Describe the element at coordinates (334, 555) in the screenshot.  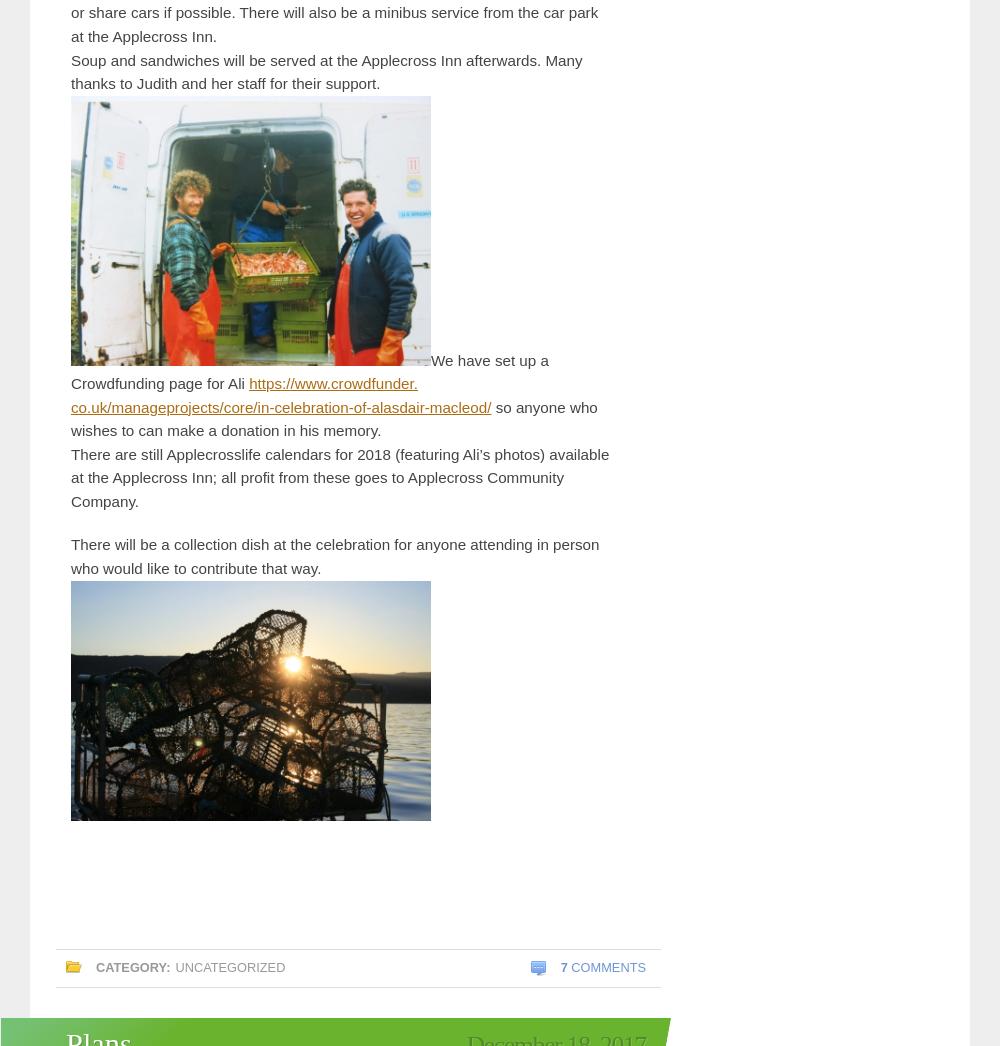
I see `'There will be a collection dish at the celebration for anyone attending in person who would like to contribute that way.'` at that location.